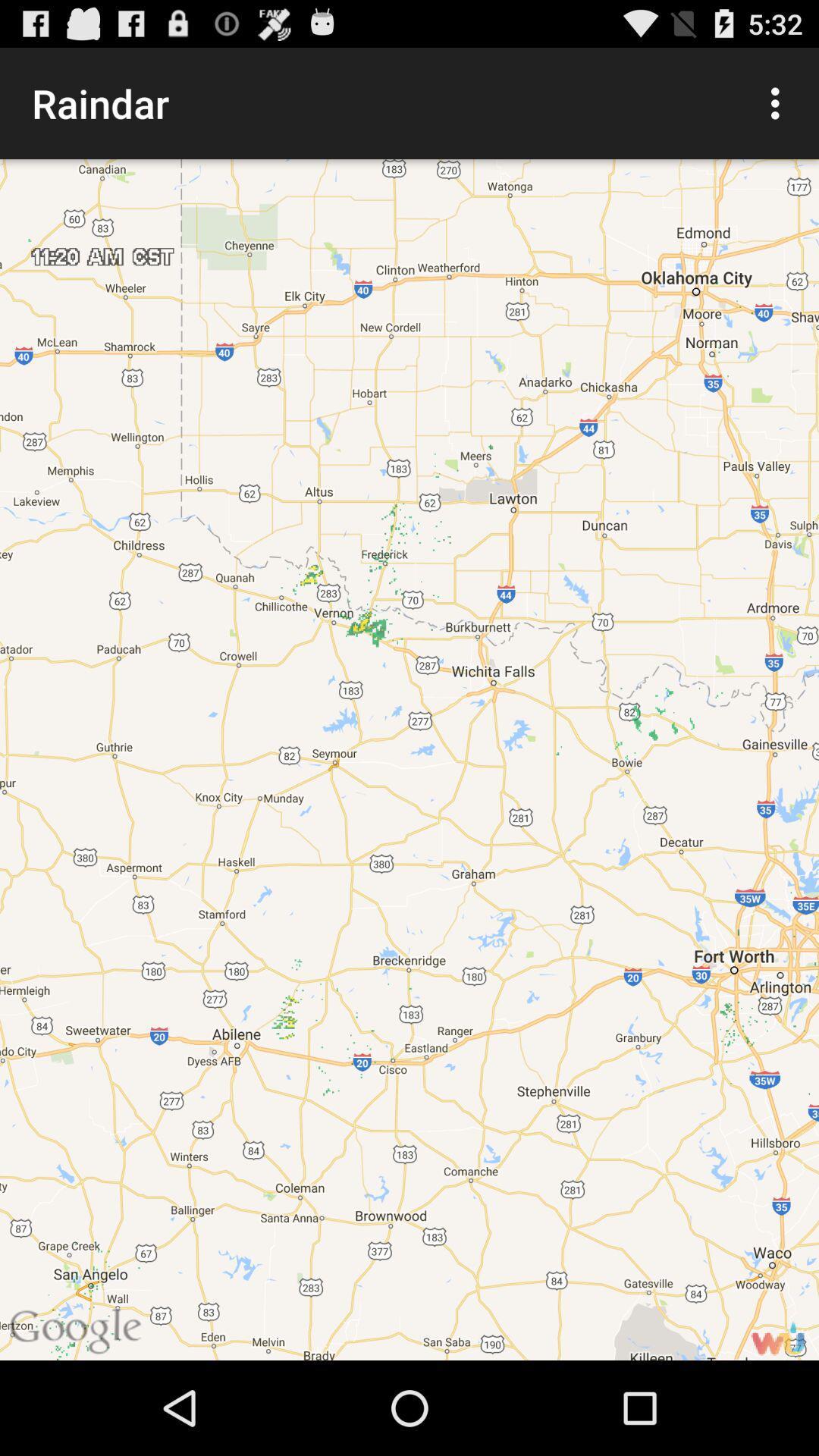 The height and width of the screenshot is (1456, 819). I want to click on the app to the right of raindar icon, so click(779, 102).